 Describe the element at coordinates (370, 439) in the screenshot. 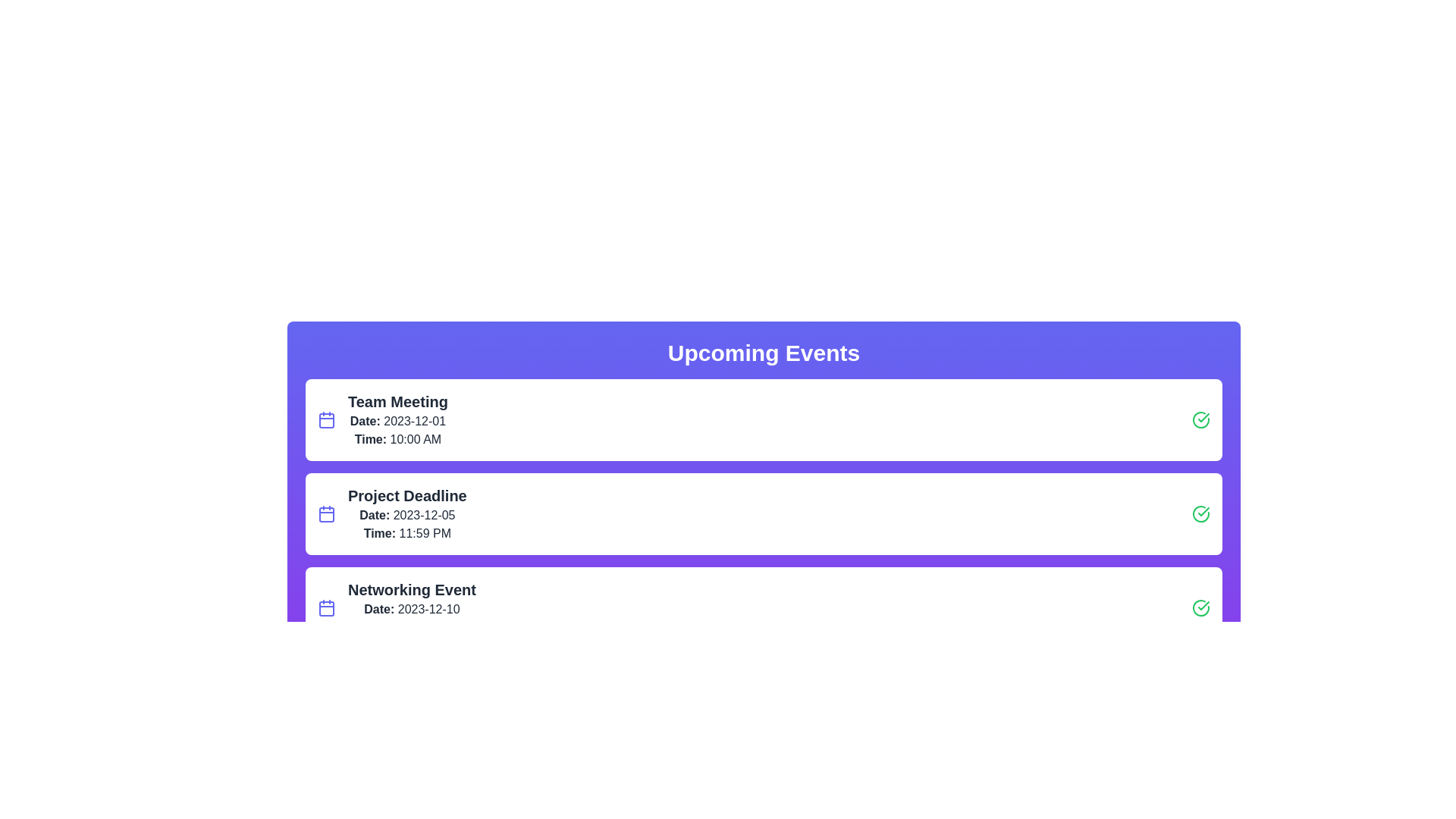

I see `the Text Label that provides context for the time representation in the 'Team Meeting' event card, located beneath the 'Date:' field and above the time value '10:00 AM'` at that location.